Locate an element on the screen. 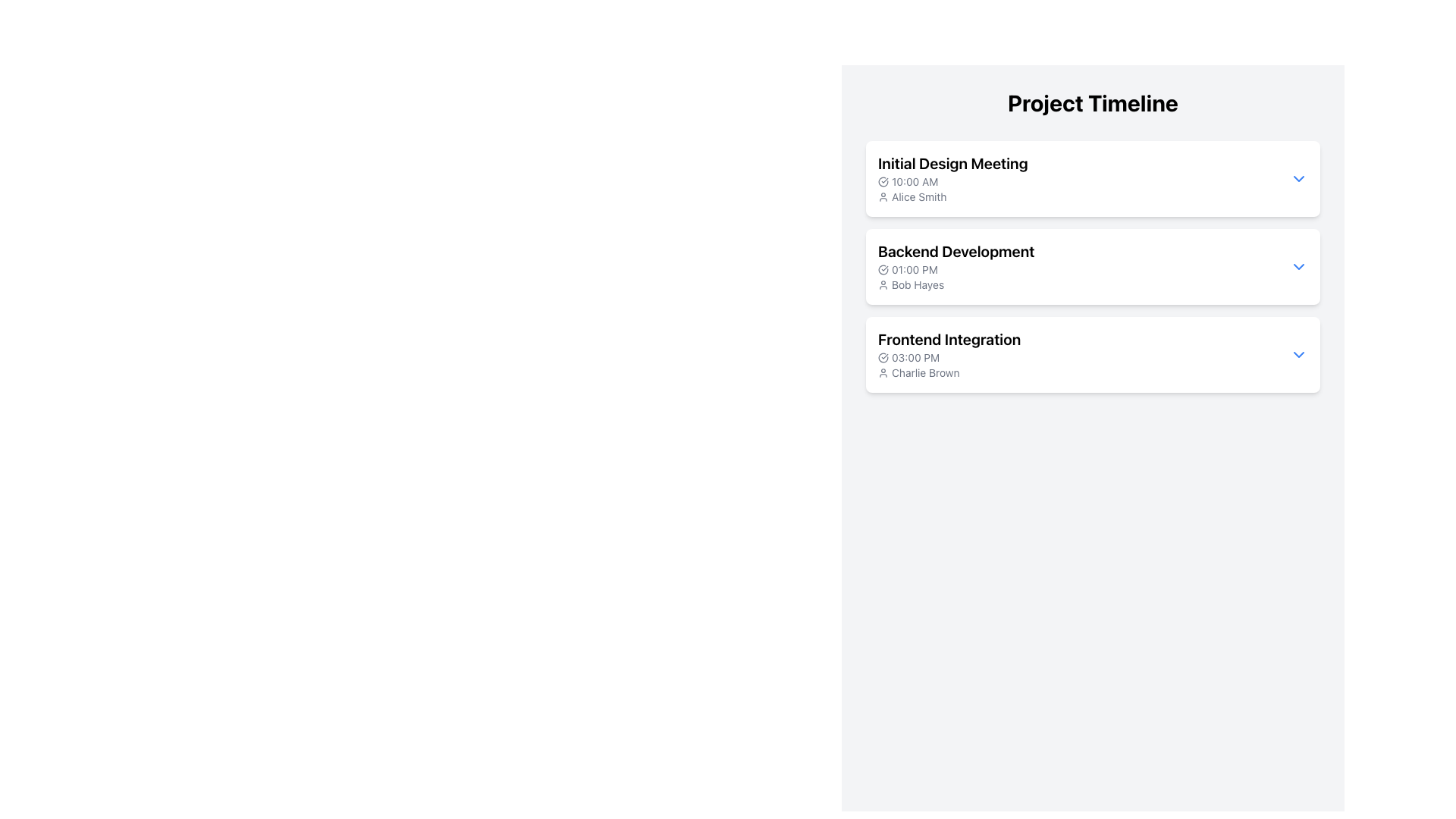 This screenshot has width=1456, height=819. the third item in the vertical list or timeline, which displays details of a scheduled item including title, time, and participant is located at coordinates (1093, 354).